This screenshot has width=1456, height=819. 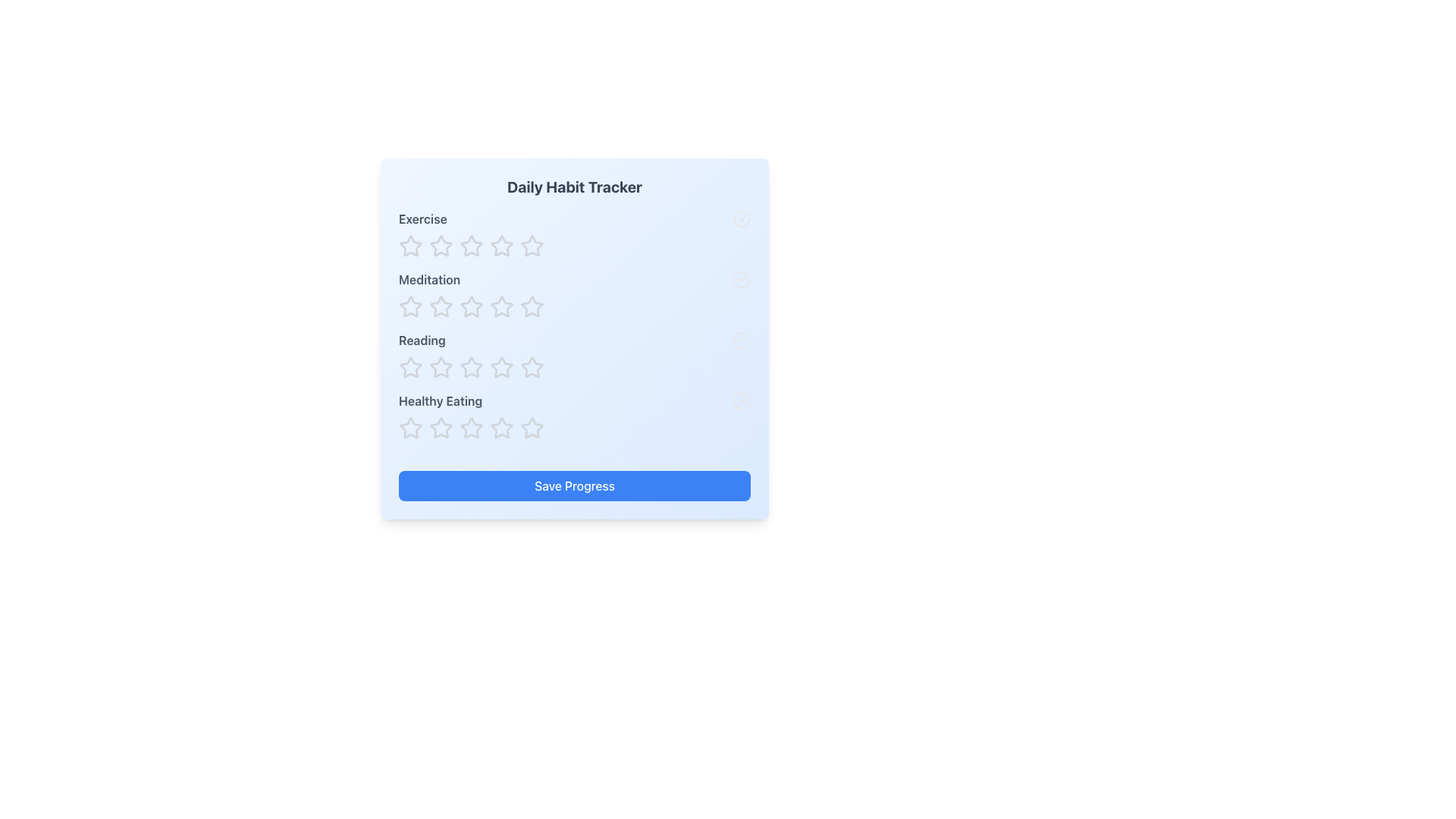 What do you see at coordinates (574, 428) in the screenshot?
I see `each star in the interactive star rating system for 'Healthy Eating'` at bounding box center [574, 428].